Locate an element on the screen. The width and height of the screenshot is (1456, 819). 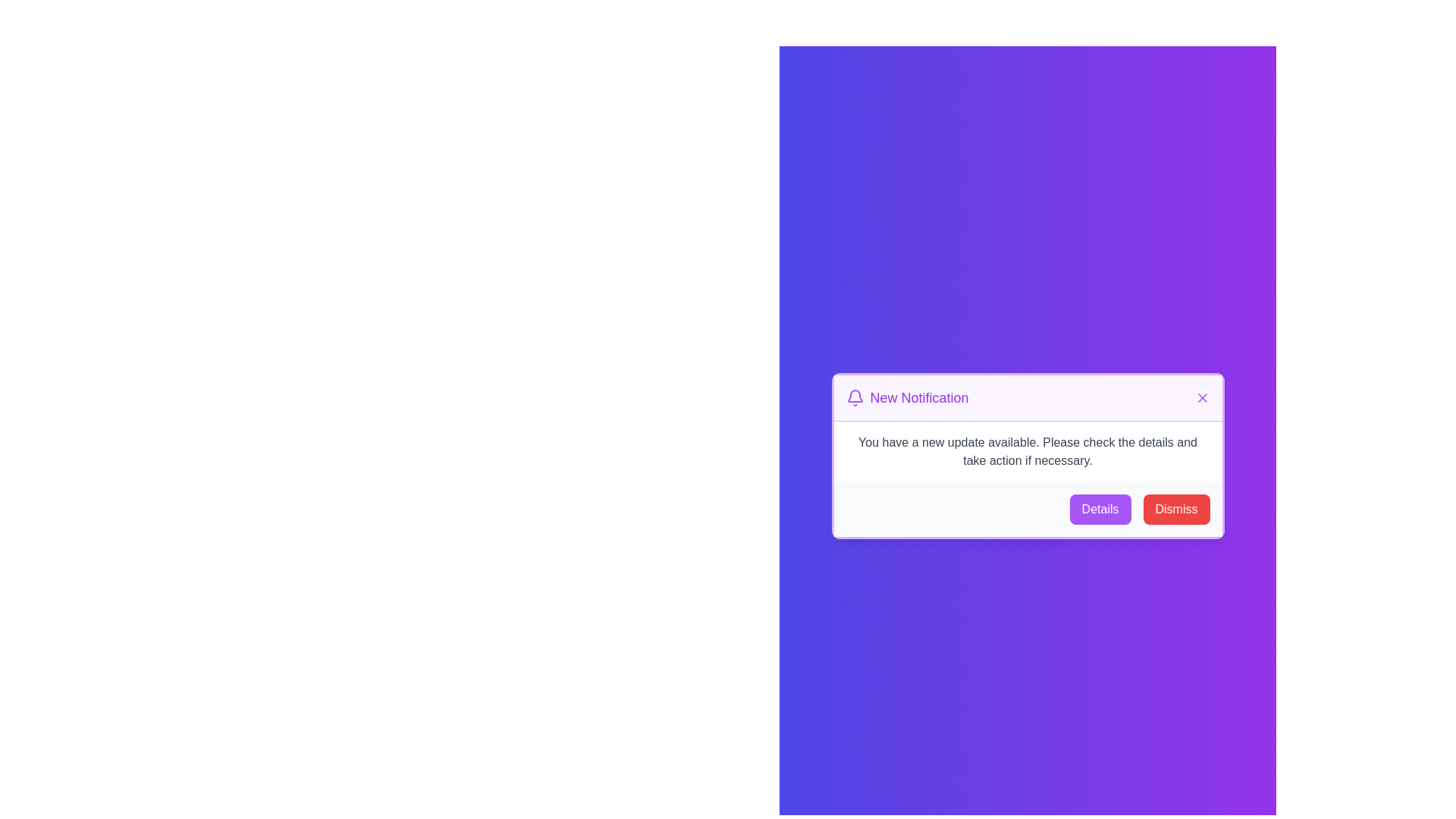
the purple bell icon located in the top-left area of the notification box, which is positioned to the left of the 'New Notification' text is located at coordinates (855, 394).